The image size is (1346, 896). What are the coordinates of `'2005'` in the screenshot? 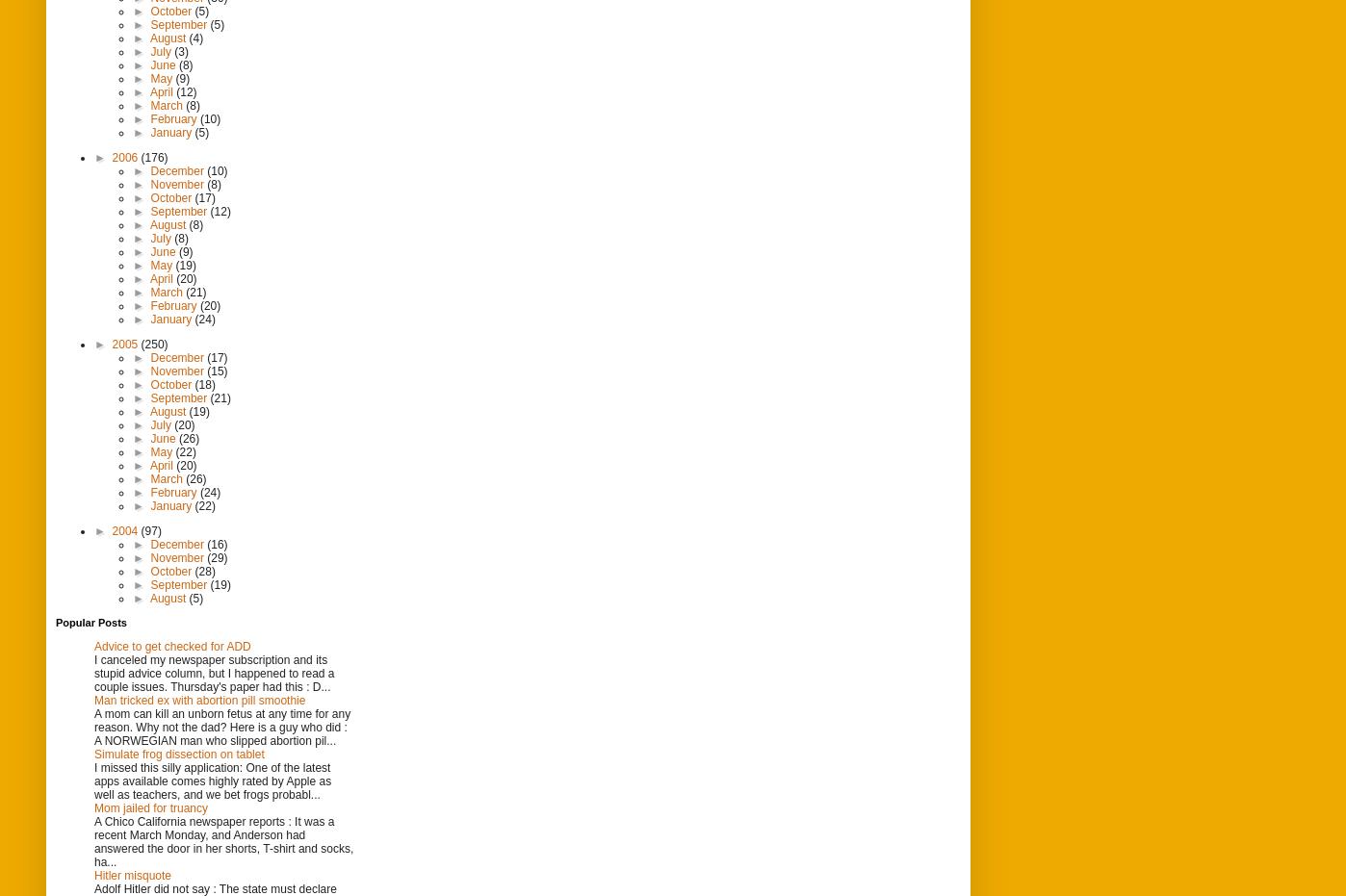 It's located at (125, 344).